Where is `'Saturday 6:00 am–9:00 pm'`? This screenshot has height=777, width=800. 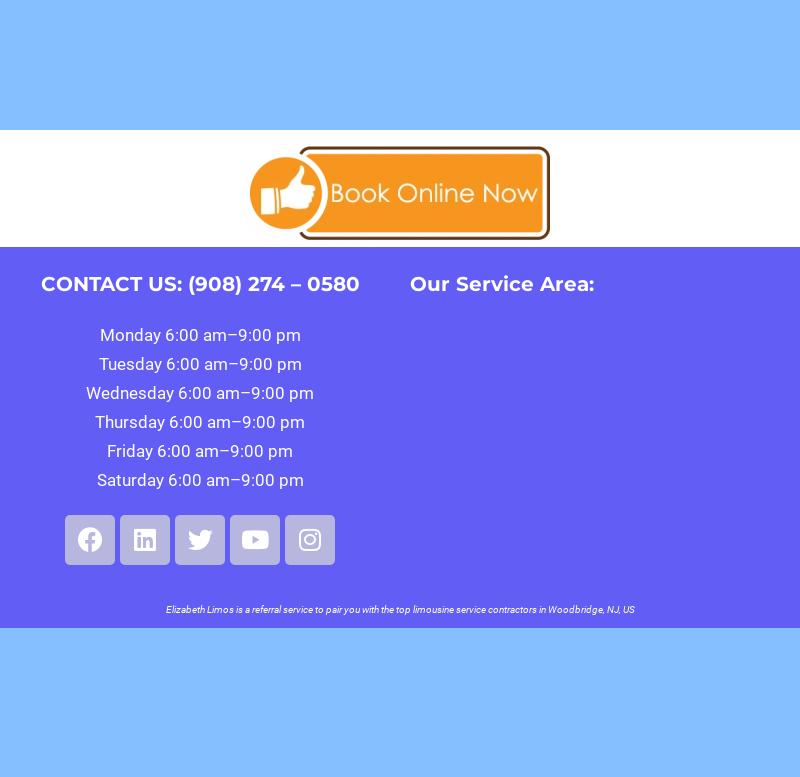
'Saturday 6:00 am–9:00 pm' is located at coordinates (198, 479).